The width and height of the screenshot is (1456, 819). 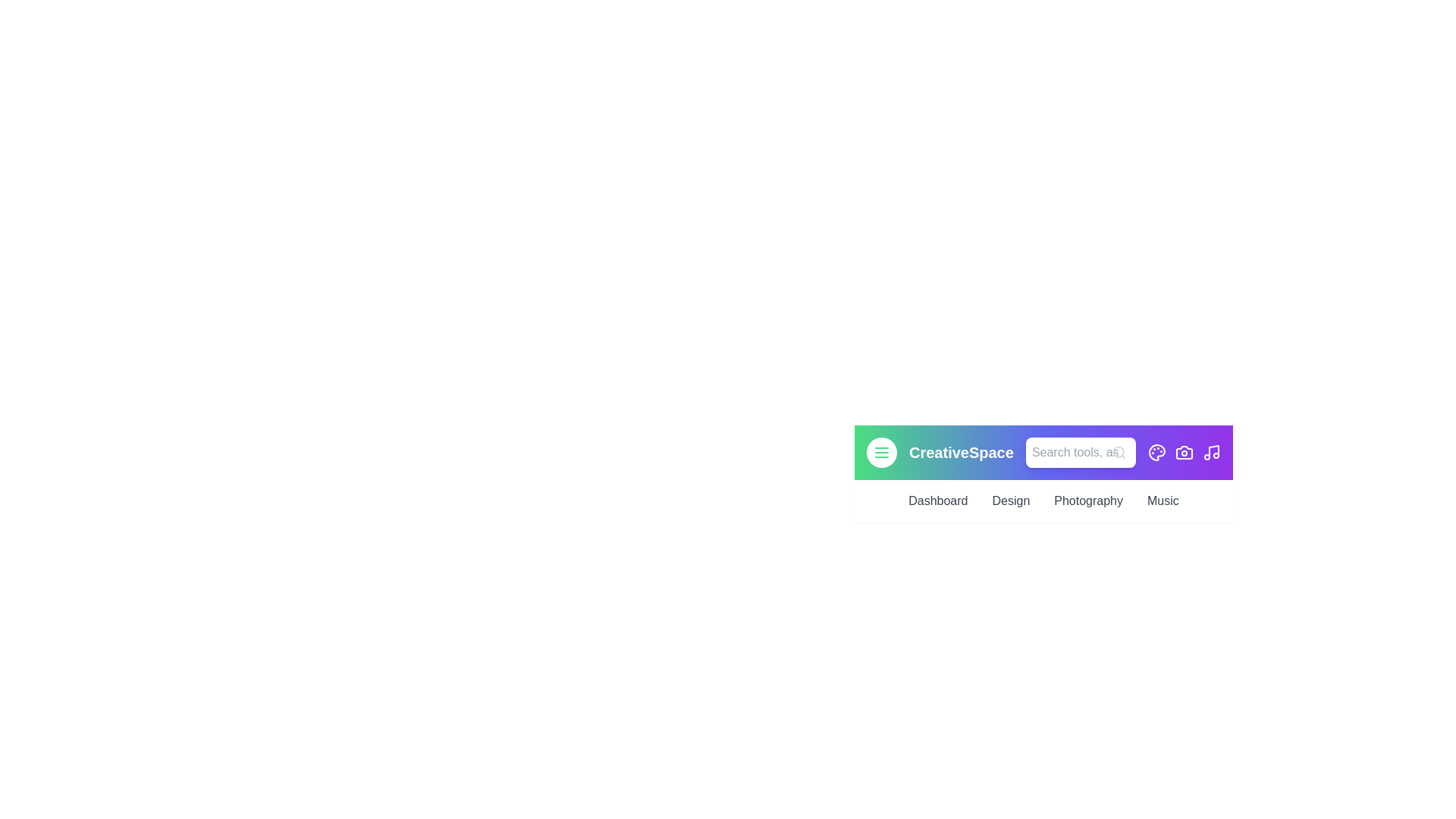 What do you see at coordinates (1011, 500) in the screenshot?
I see `the Design link in the navigation bar` at bounding box center [1011, 500].